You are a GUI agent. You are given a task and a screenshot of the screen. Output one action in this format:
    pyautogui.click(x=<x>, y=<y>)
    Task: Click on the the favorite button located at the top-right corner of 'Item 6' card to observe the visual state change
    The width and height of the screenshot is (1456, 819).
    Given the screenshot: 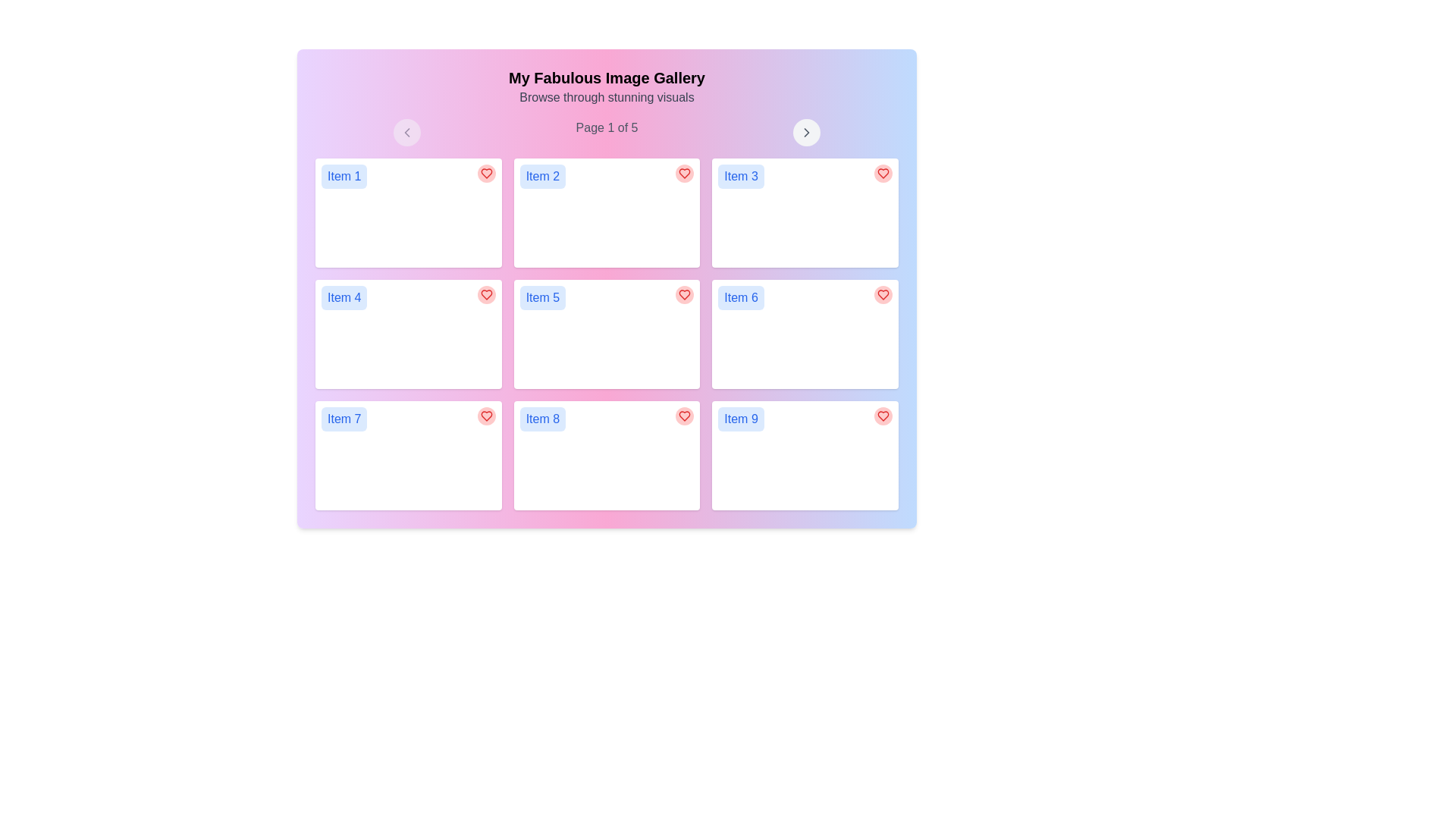 What is the action you would take?
    pyautogui.click(x=883, y=295)
    